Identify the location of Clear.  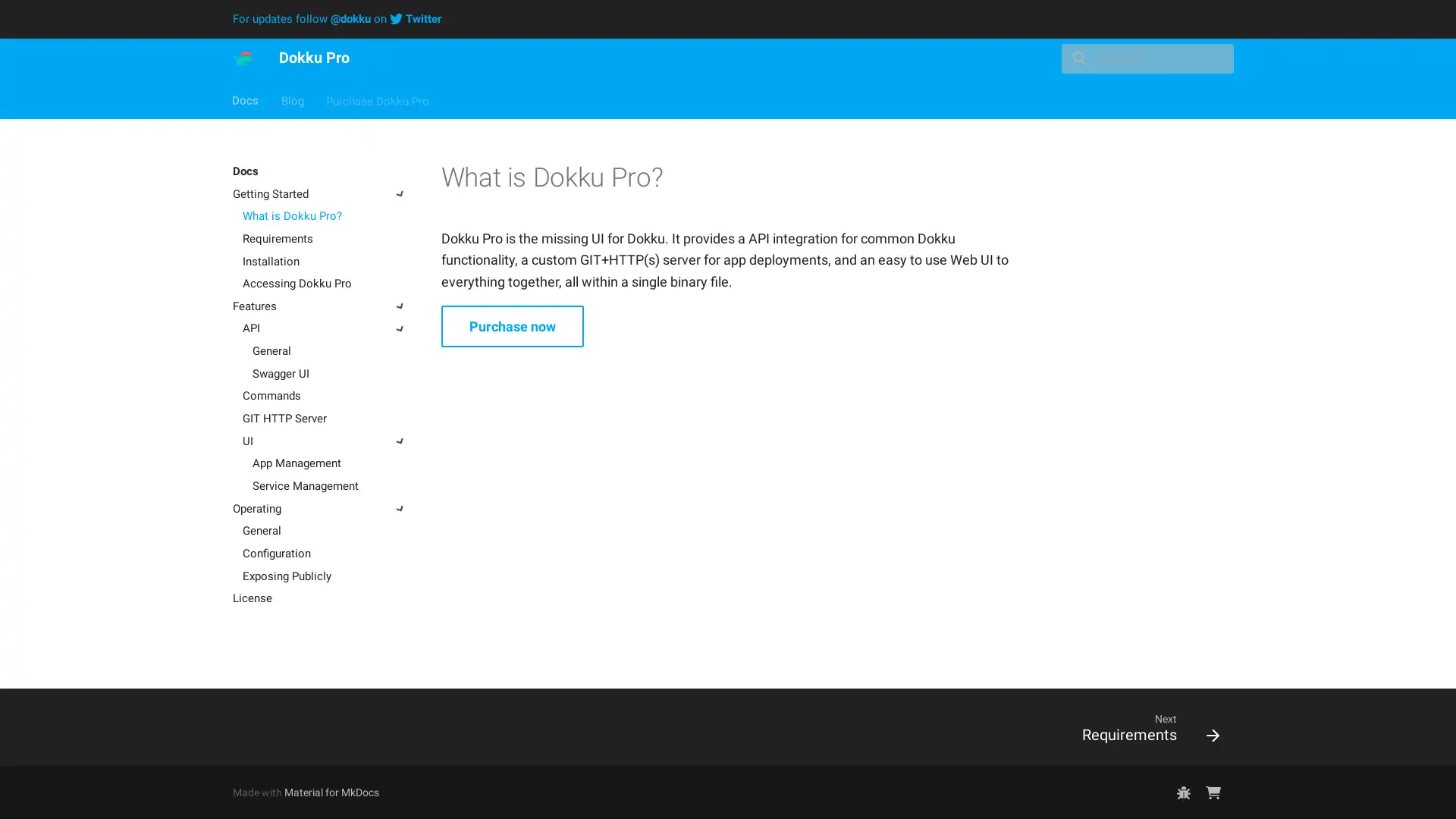
(1215, 58).